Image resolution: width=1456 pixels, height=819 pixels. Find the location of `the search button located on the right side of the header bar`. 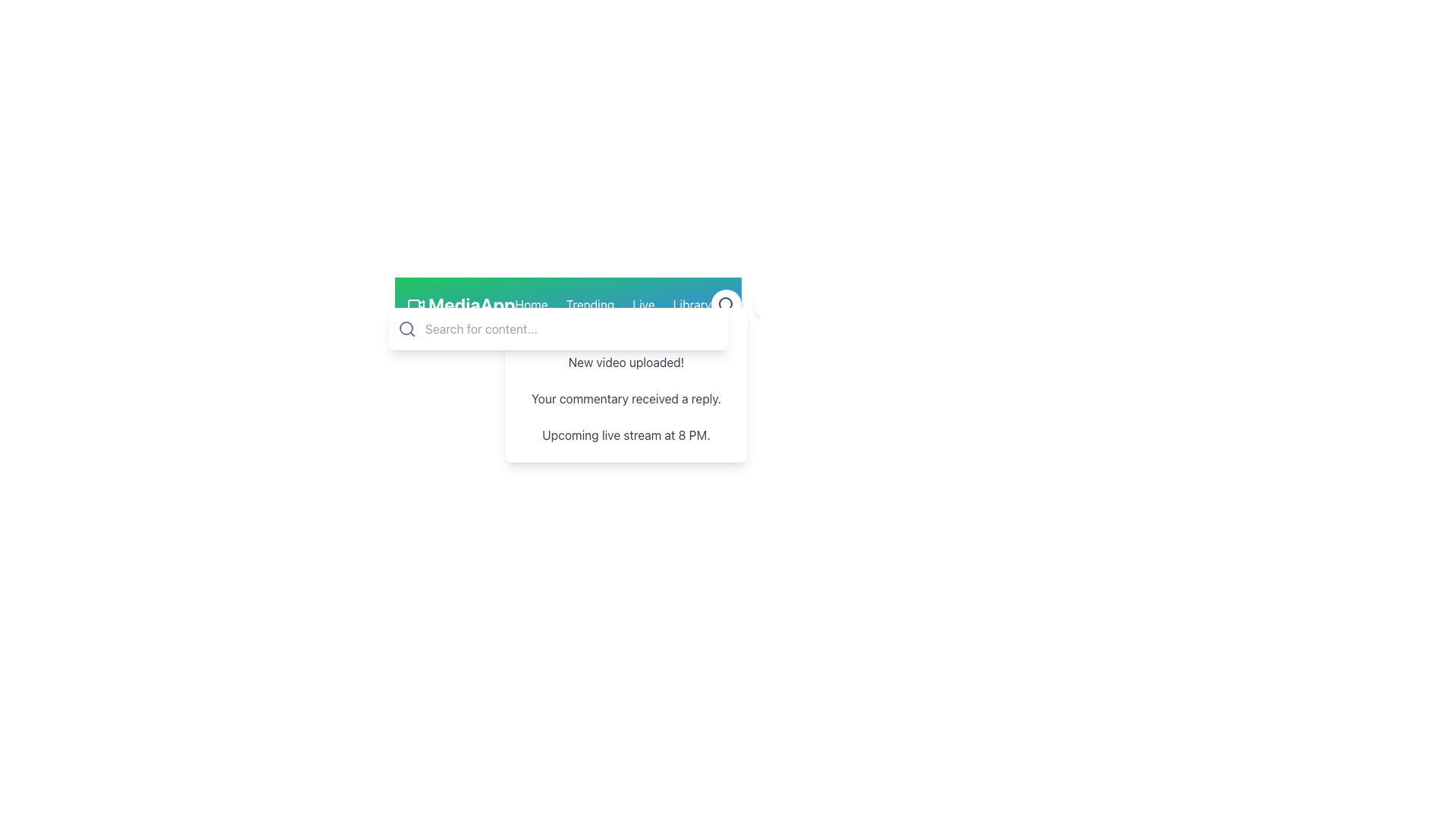

the search button located on the right side of the header bar is located at coordinates (726, 304).